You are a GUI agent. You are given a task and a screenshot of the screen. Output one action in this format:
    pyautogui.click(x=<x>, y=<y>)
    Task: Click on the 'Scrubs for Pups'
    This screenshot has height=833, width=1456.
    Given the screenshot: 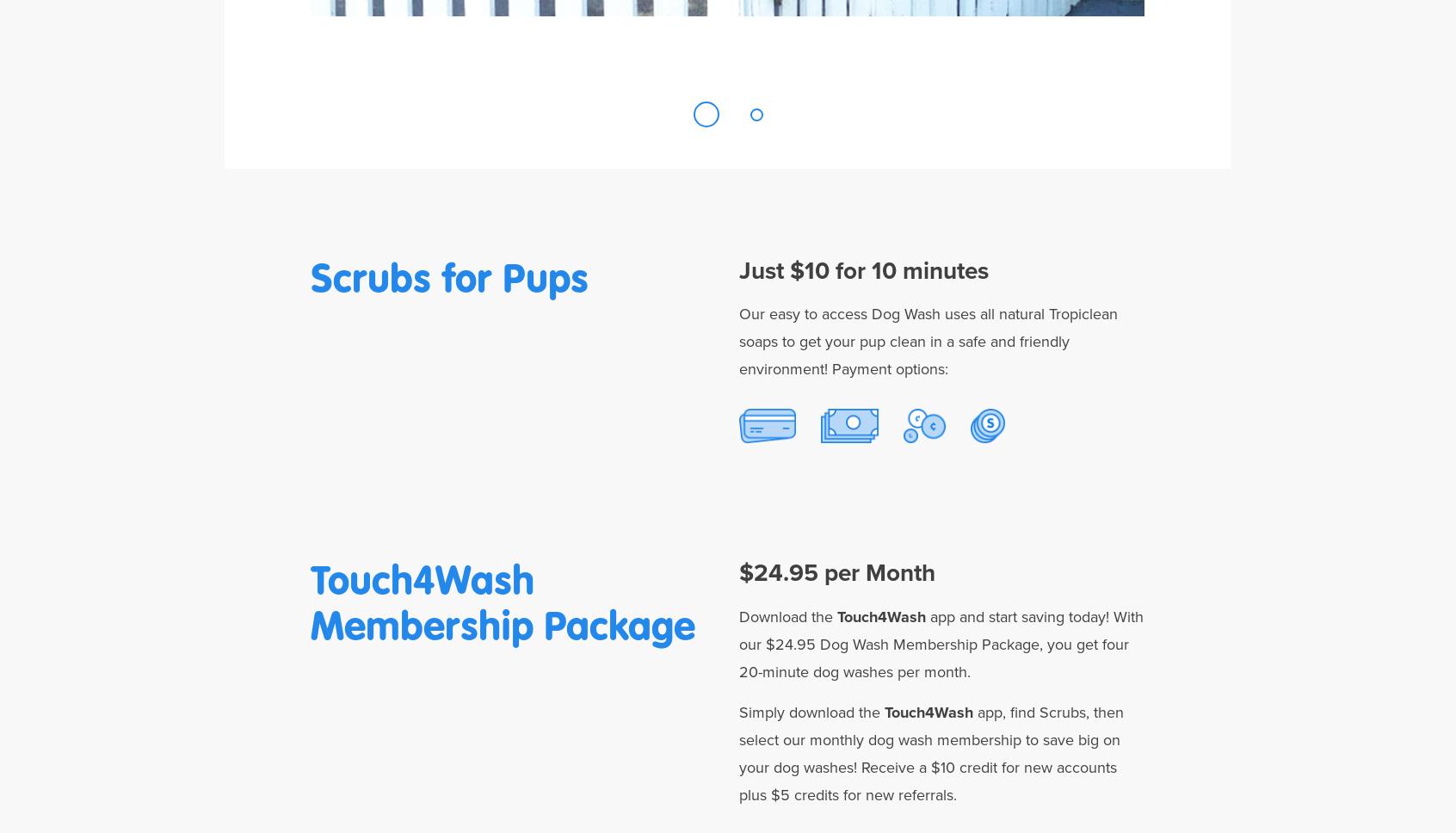 What is the action you would take?
    pyautogui.click(x=449, y=275)
    